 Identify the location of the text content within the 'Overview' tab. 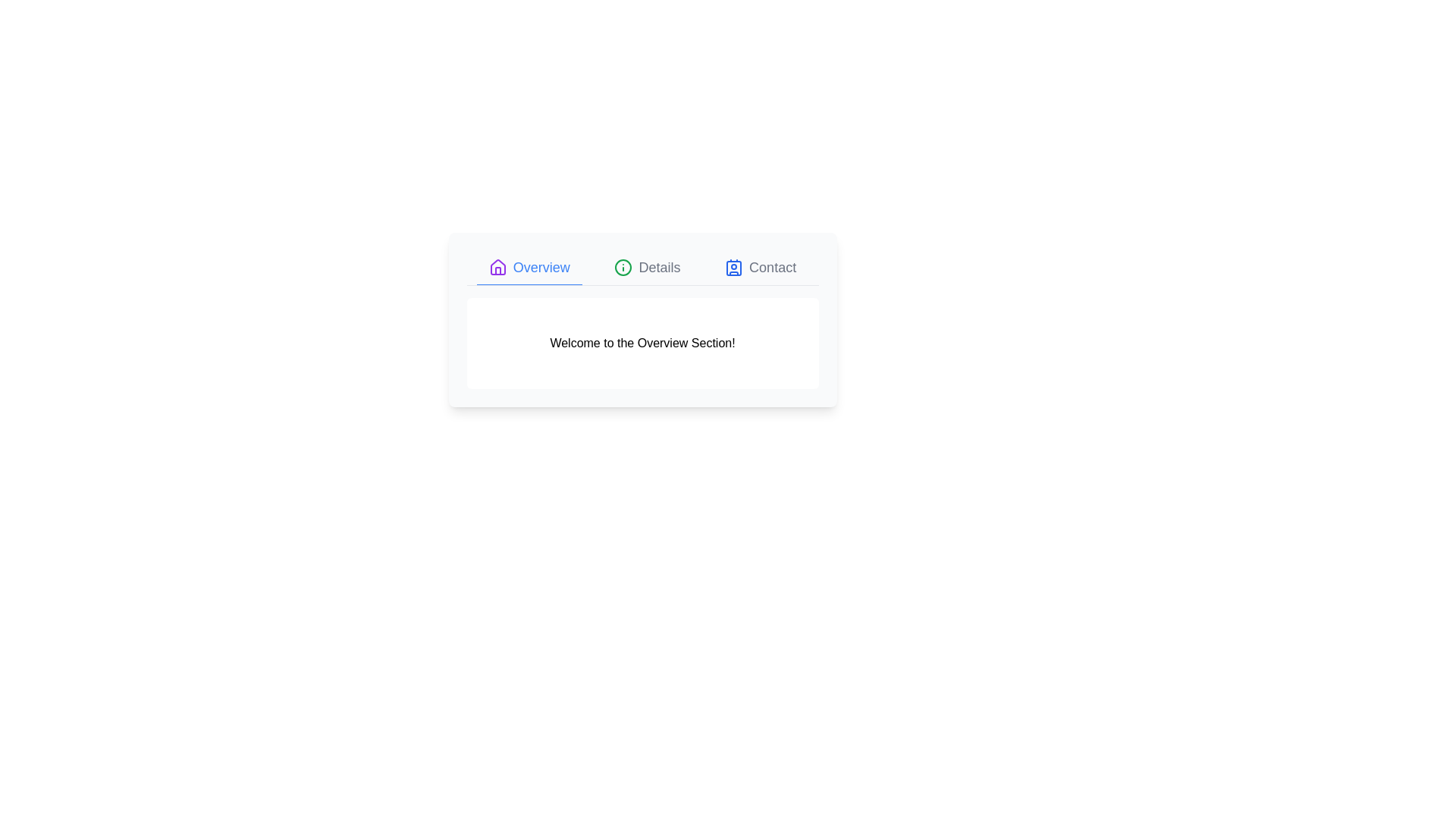
(642, 343).